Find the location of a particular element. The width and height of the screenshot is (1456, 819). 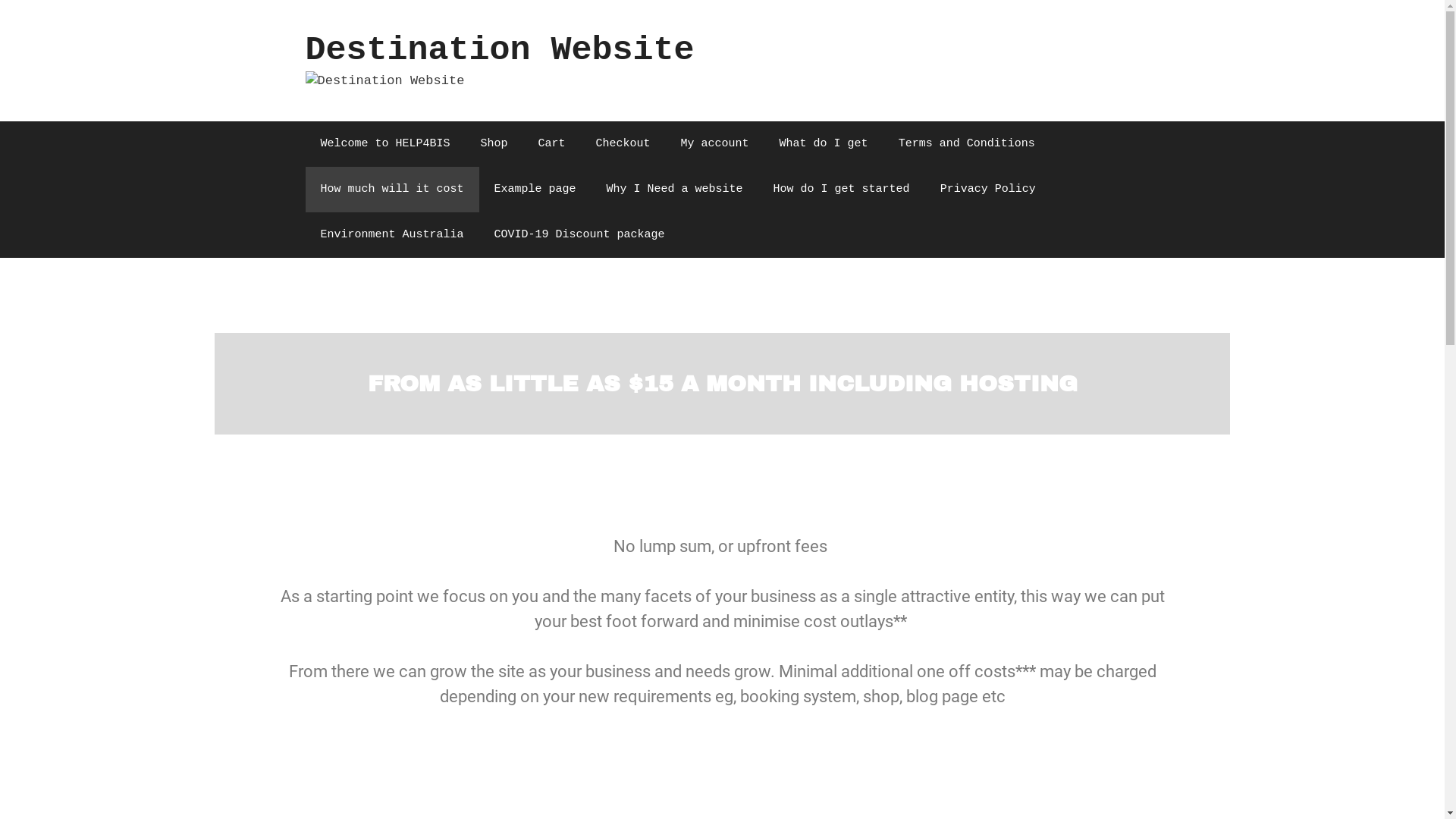

'COVID-19 Discount package' is located at coordinates (579, 234).